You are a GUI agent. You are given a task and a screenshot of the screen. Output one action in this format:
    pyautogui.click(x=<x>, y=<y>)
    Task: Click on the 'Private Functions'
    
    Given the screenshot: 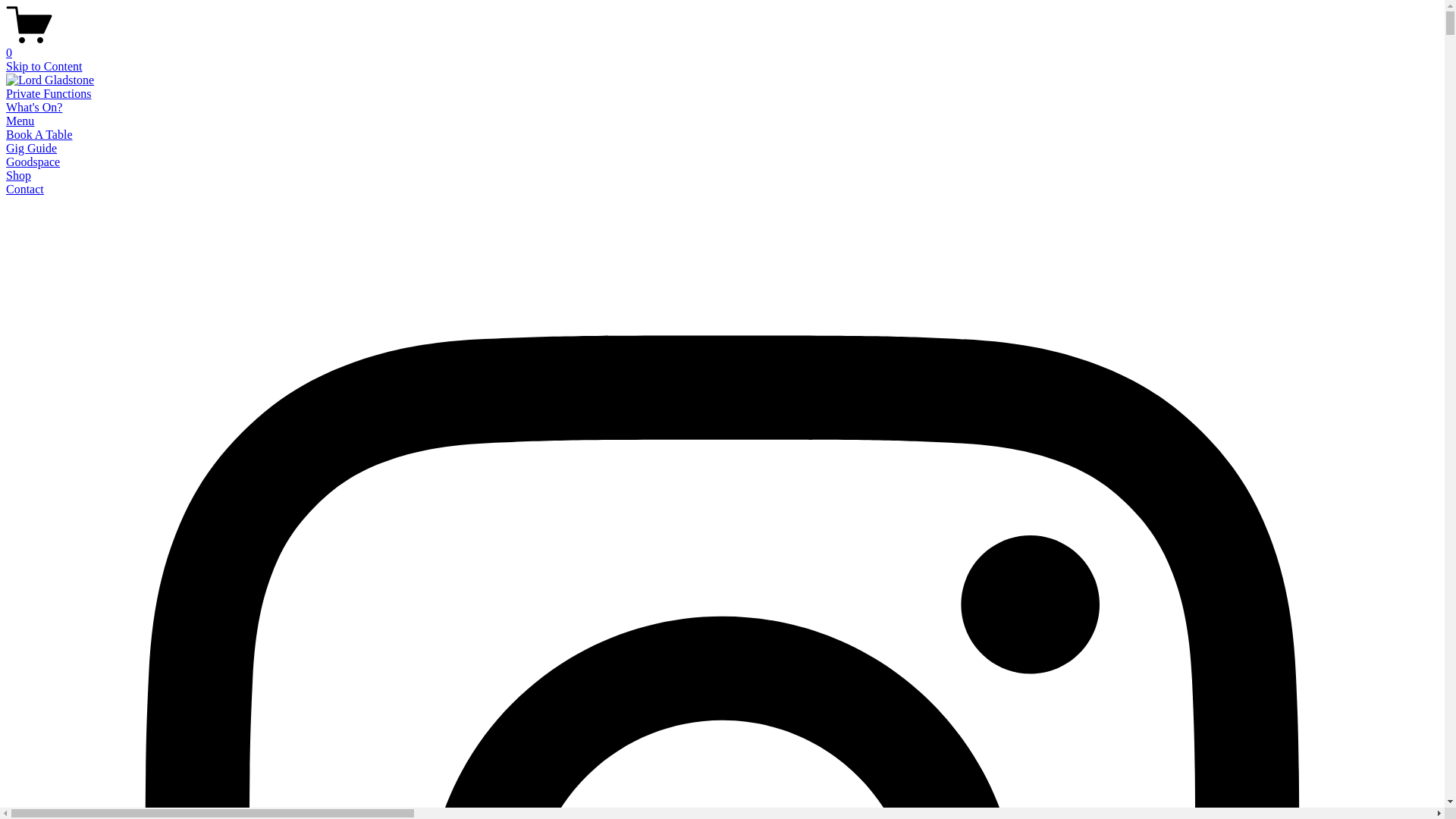 What is the action you would take?
    pyautogui.click(x=6, y=93)
    